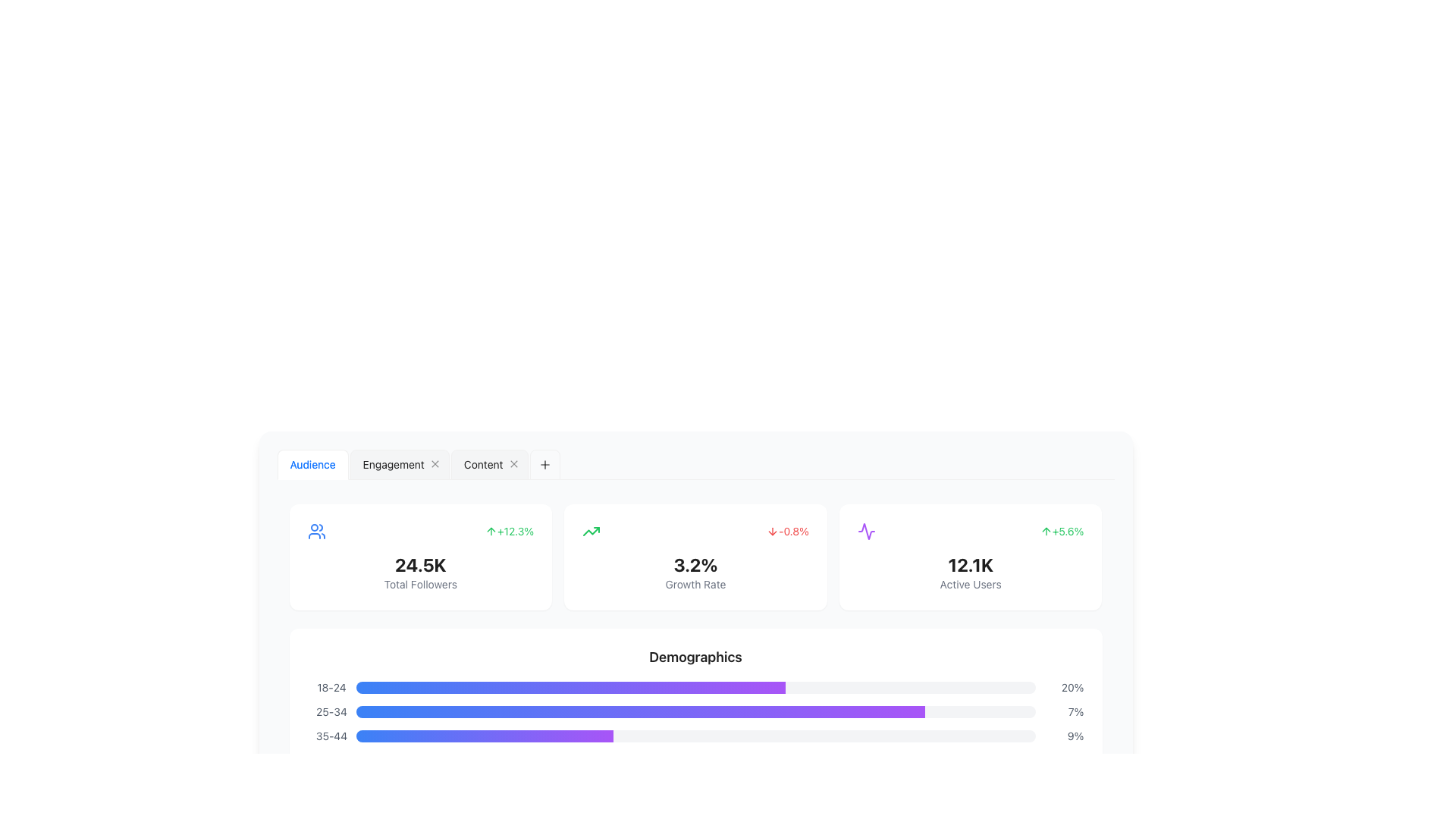 This screenshot has width=1456, height=819. What do you see at coordinates (513, 463) in the screenshot?
I see `the Close button located next to the 'Content' tab in the tab bar` at bounding box center [513, 463].